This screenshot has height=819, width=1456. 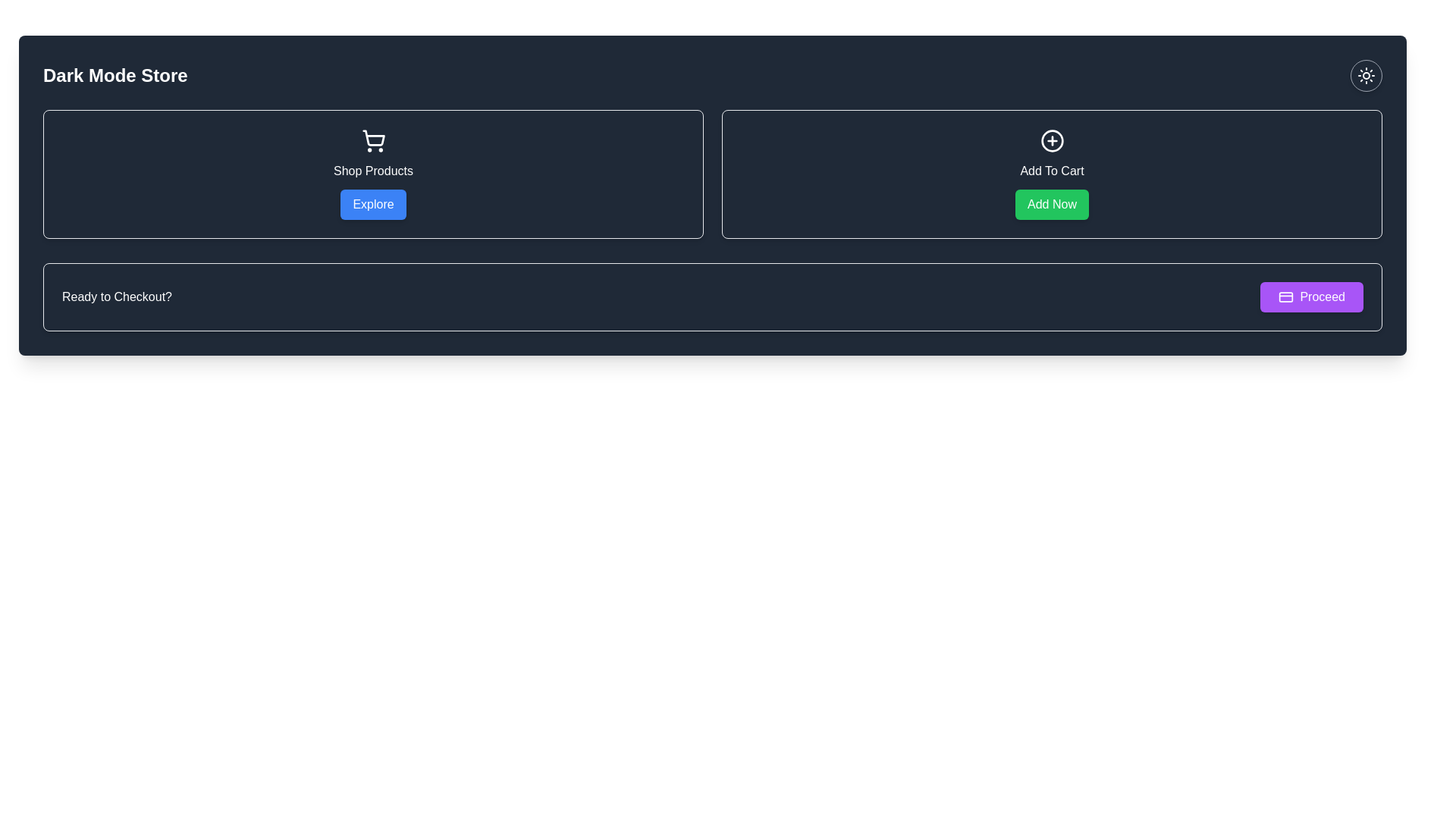 I want to click on the 'Add to Cart' icon located above the 'Add Now' text and to the left of the highlighted button in the bottom right corner, so click(x=1051, y=140).